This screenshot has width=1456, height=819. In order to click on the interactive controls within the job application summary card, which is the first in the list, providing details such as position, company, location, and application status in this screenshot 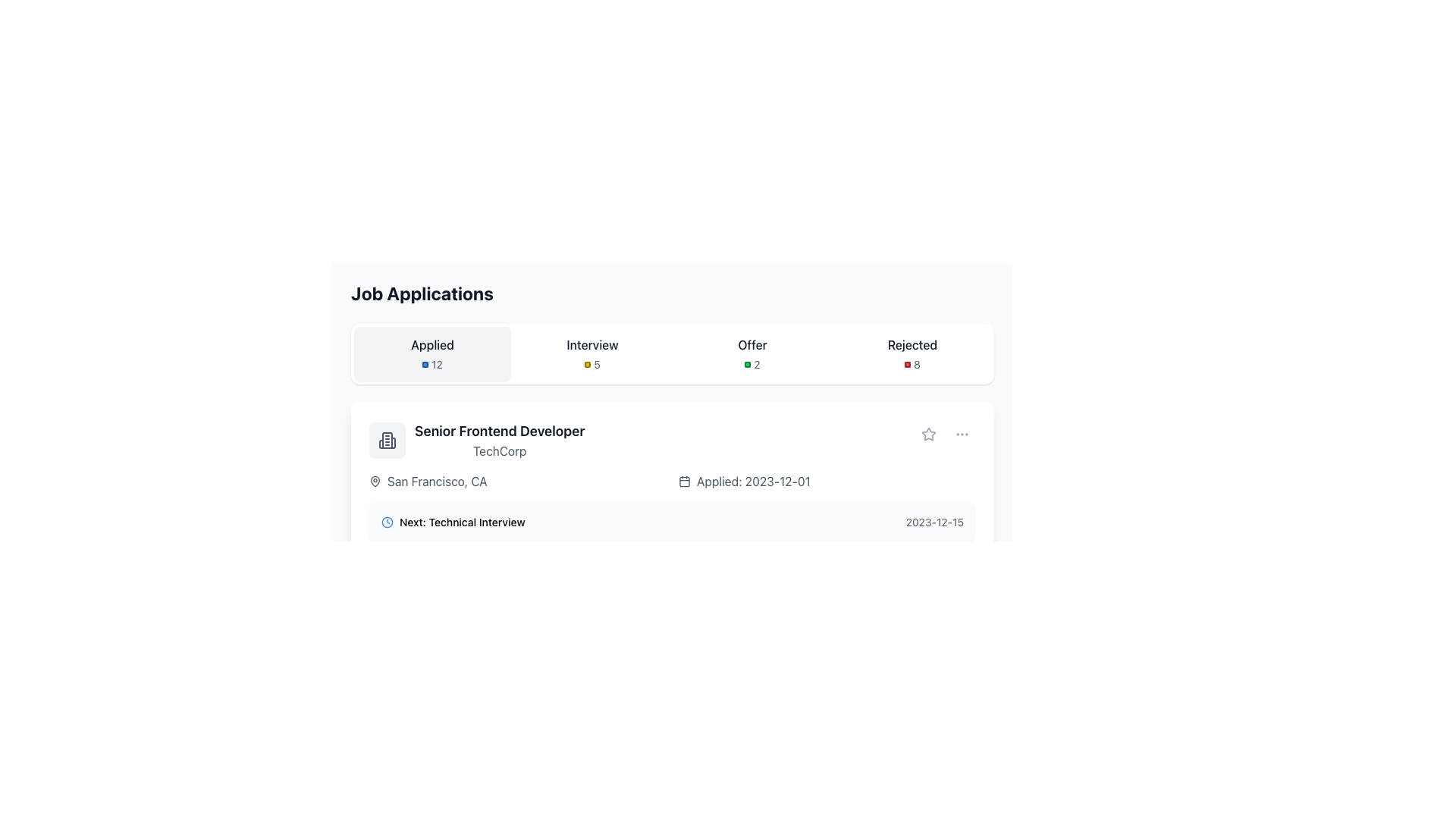, I will do `click(672, 503)`.